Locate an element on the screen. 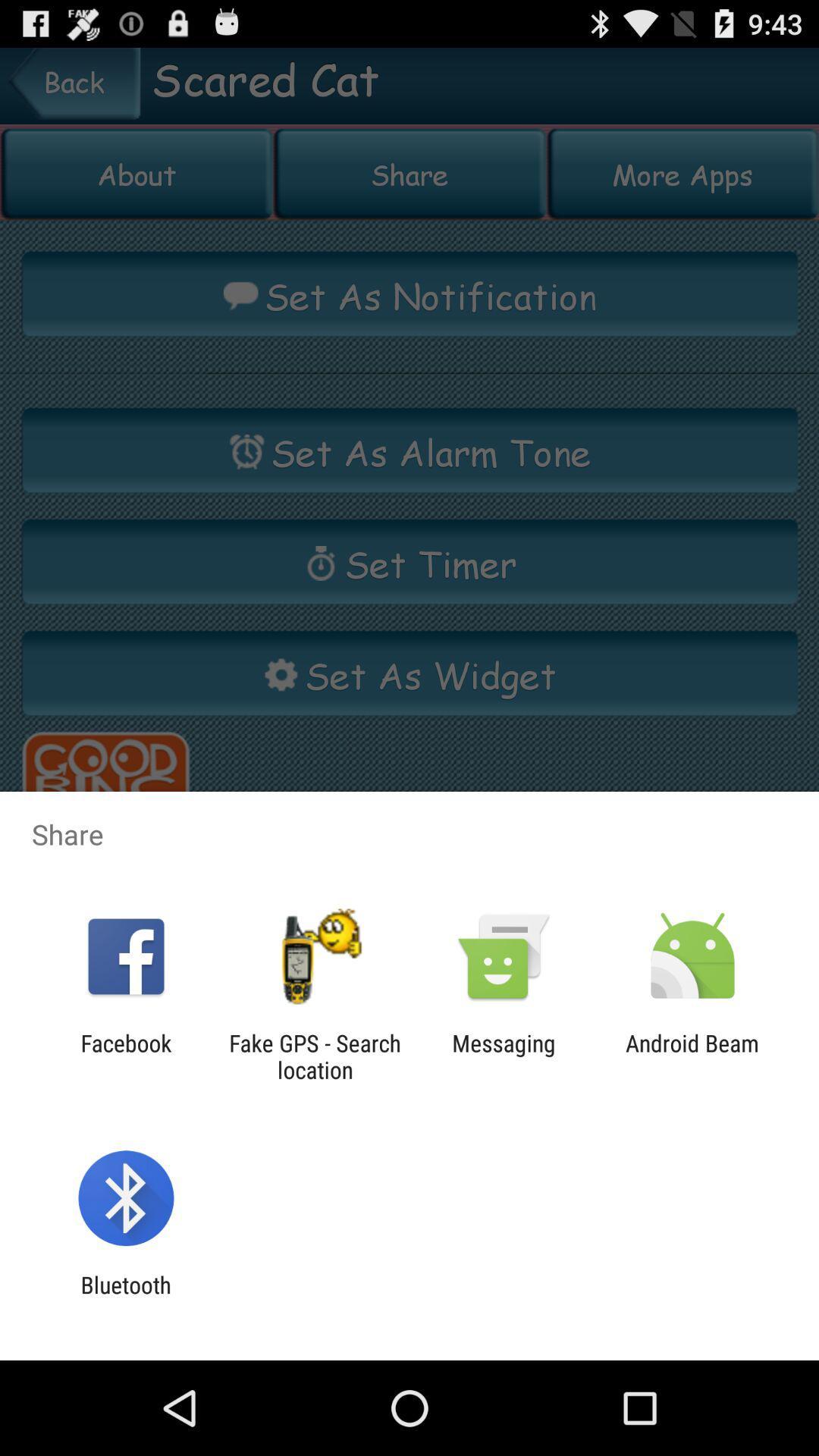  the app next to the messaging item is located at coordinates (692, 1056).